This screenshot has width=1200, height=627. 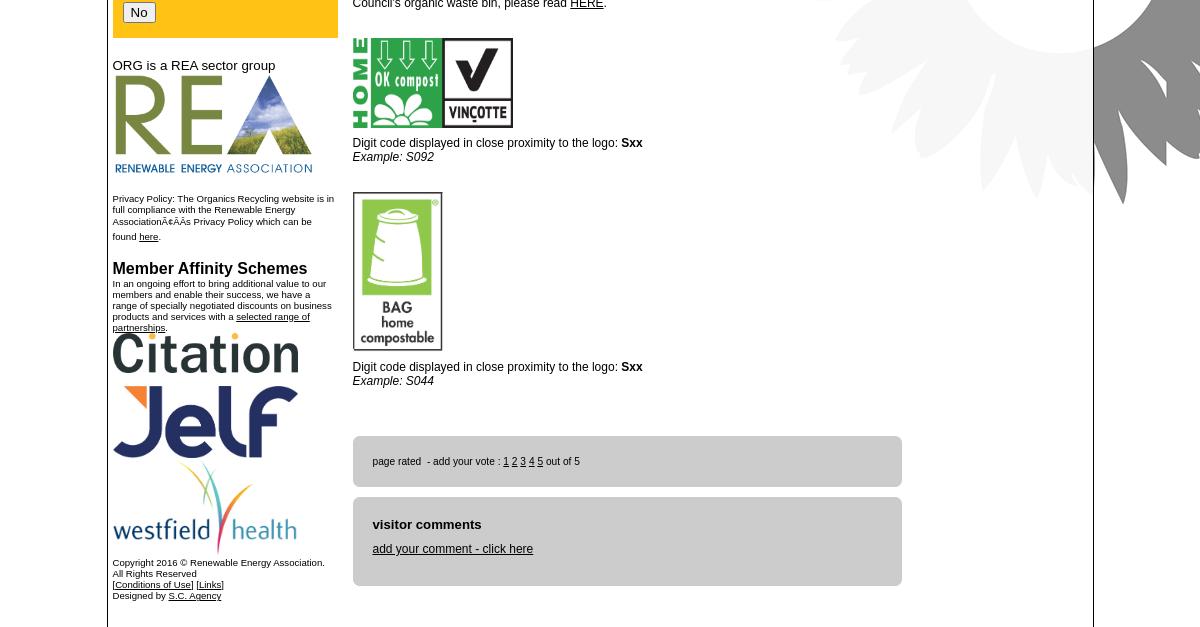 What do you see at coordinates (217, 567) in the screenshot?
I see `'Copyright 2016 © Renewable Energy Association. All Rights Reserved'` at bounding box center [217, 567].